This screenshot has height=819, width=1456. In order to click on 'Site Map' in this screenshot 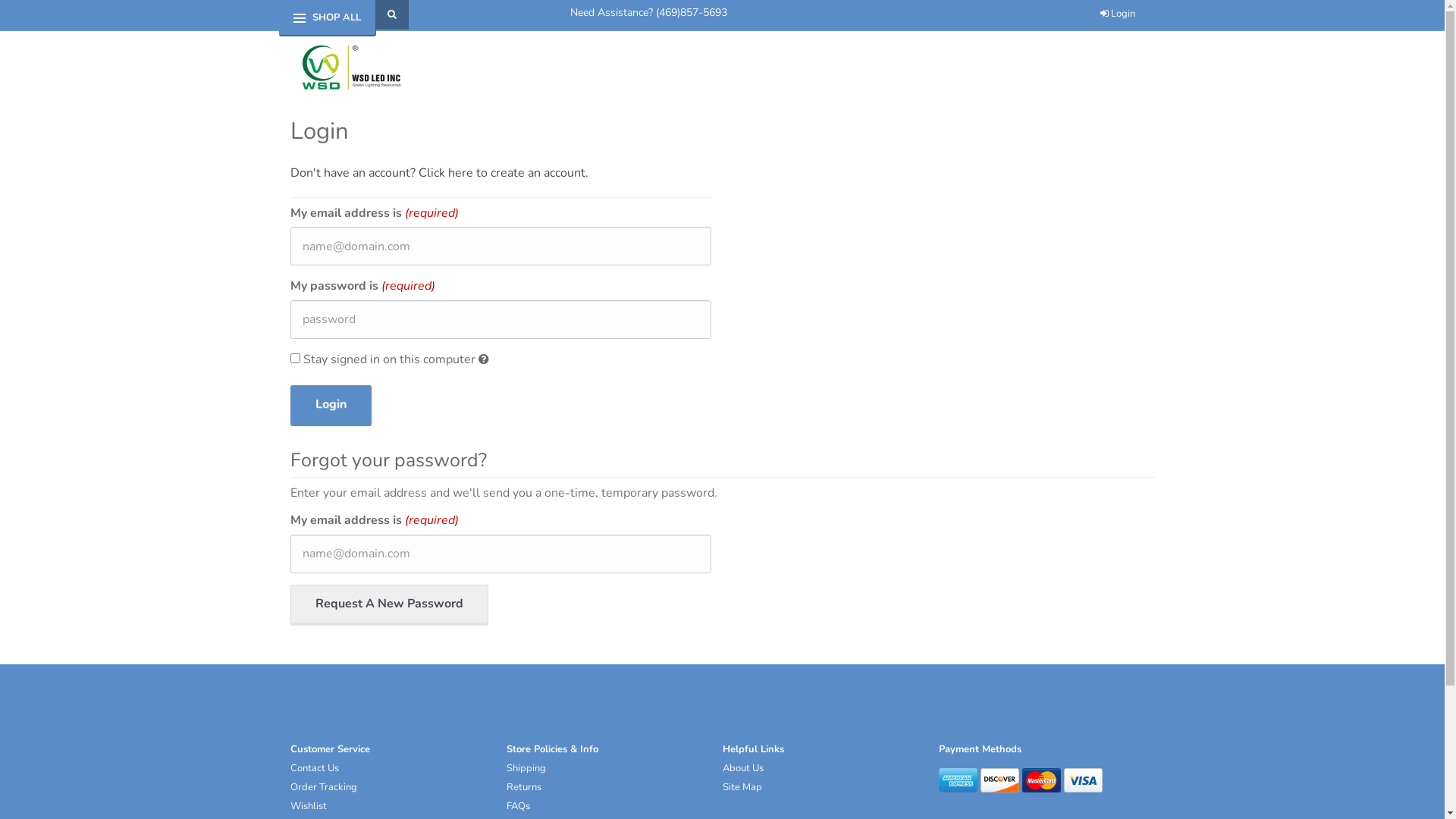, I will do `click(742, 786)`.